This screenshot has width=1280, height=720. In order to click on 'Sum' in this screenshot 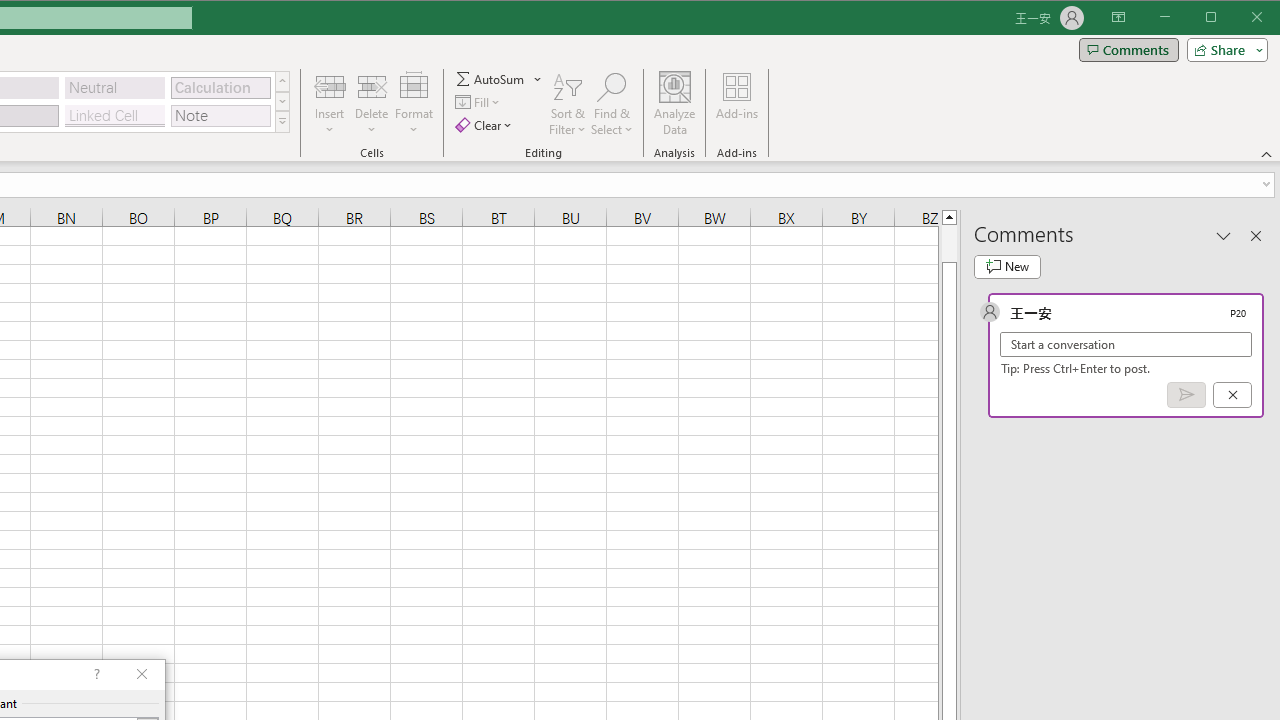, I will do `click(491, 78)`.